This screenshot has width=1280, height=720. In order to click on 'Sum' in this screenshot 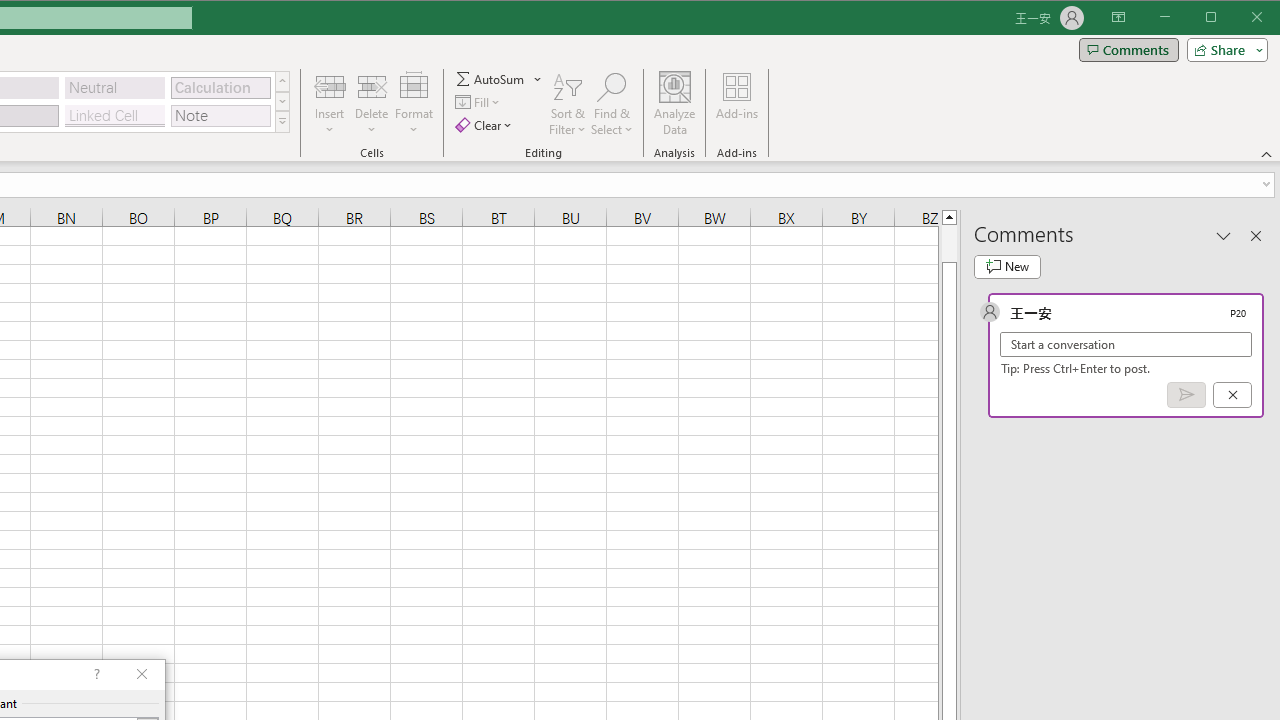, I will do `click(491, 78)`.